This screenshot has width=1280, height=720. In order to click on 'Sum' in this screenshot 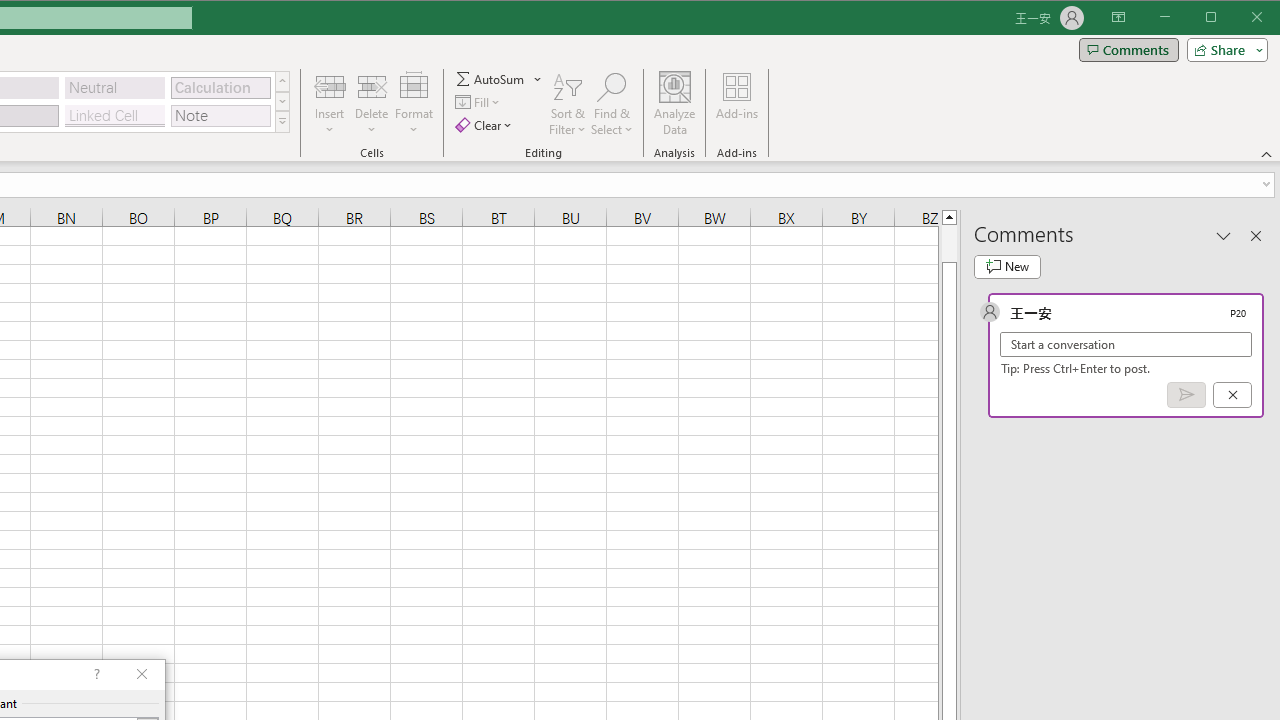, I will do `click(491, 78)`.